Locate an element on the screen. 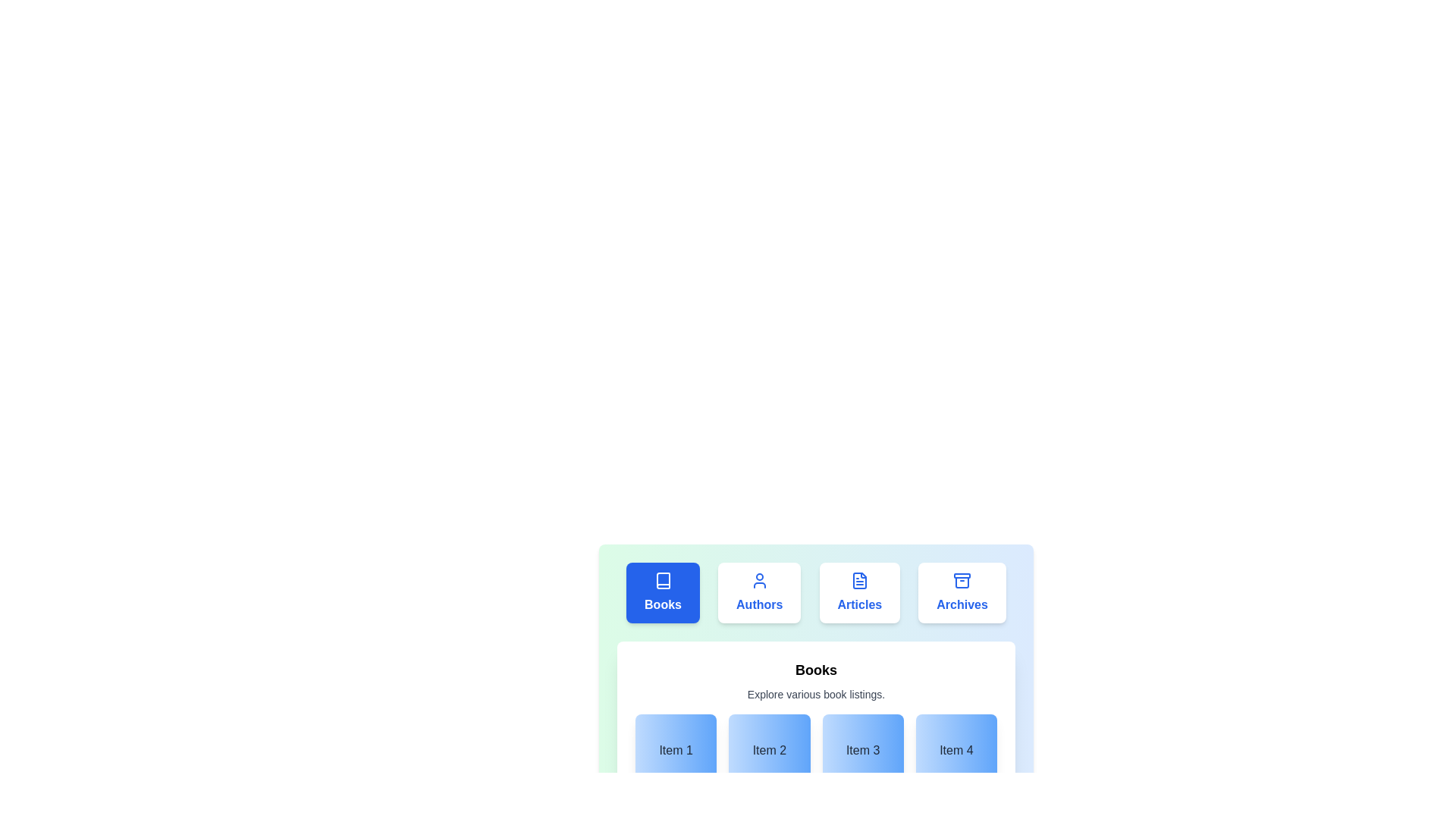 Image resolution: width=1456 pixels, height=819 pixels. the tab labeled Articles to activate it is located at coordinates (859, 592).